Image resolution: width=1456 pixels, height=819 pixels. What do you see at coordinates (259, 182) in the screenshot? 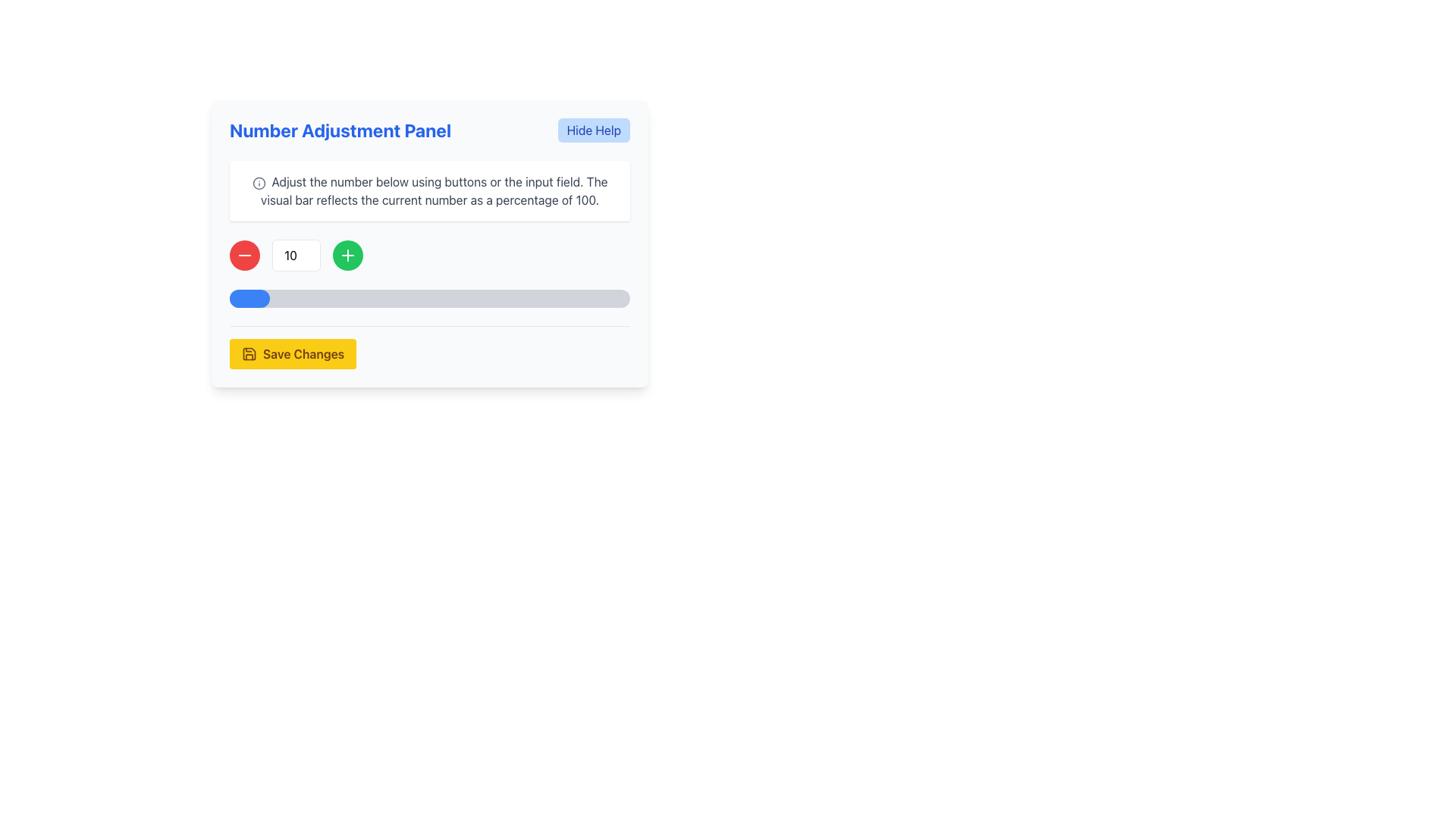
I see `the information icon located inside a white, rounded rectangular panel` at bounding box center [259, 182].